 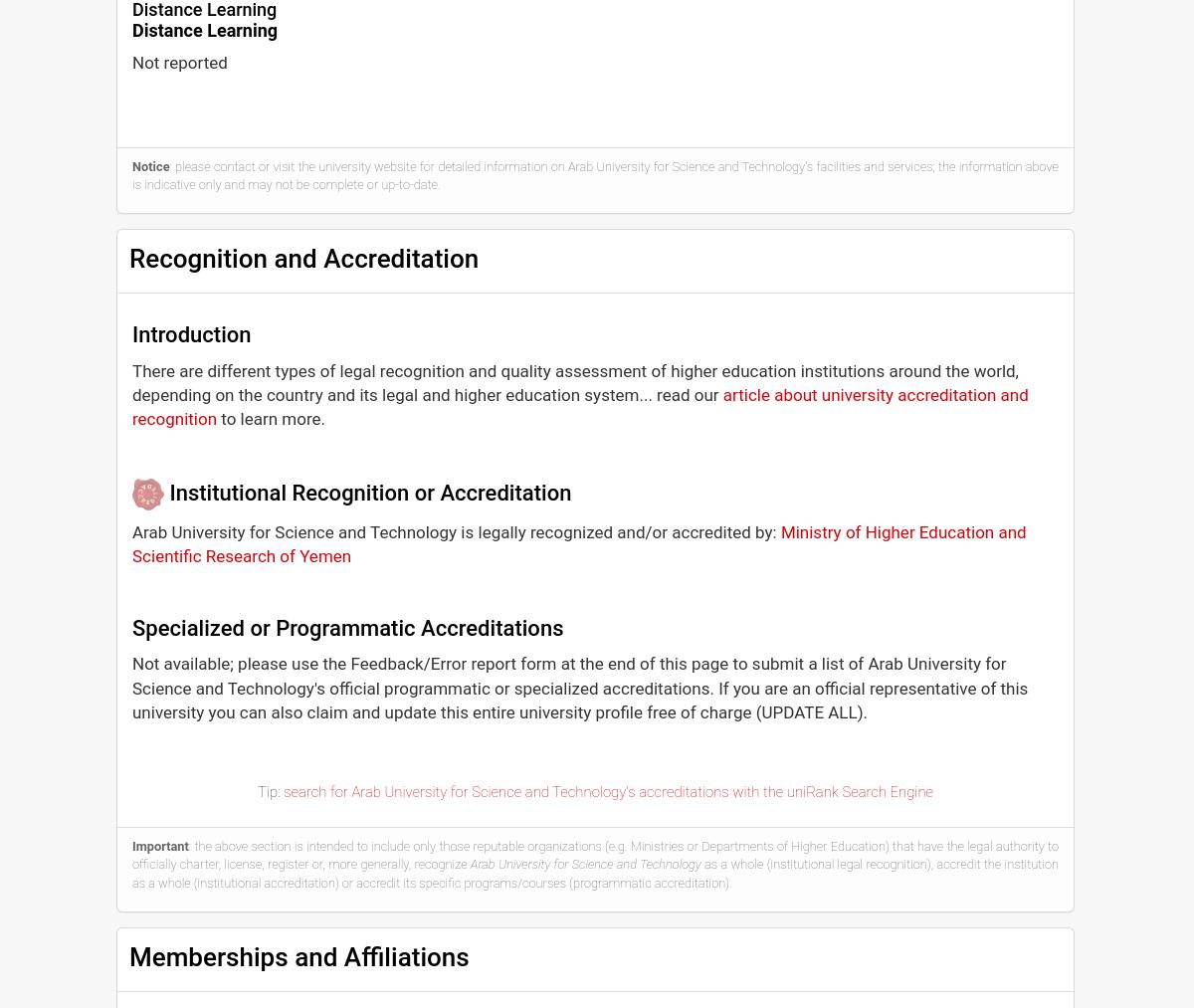 I want to click on 'Specialized or Programmatic Accreditations', so click(x=347, y=626).